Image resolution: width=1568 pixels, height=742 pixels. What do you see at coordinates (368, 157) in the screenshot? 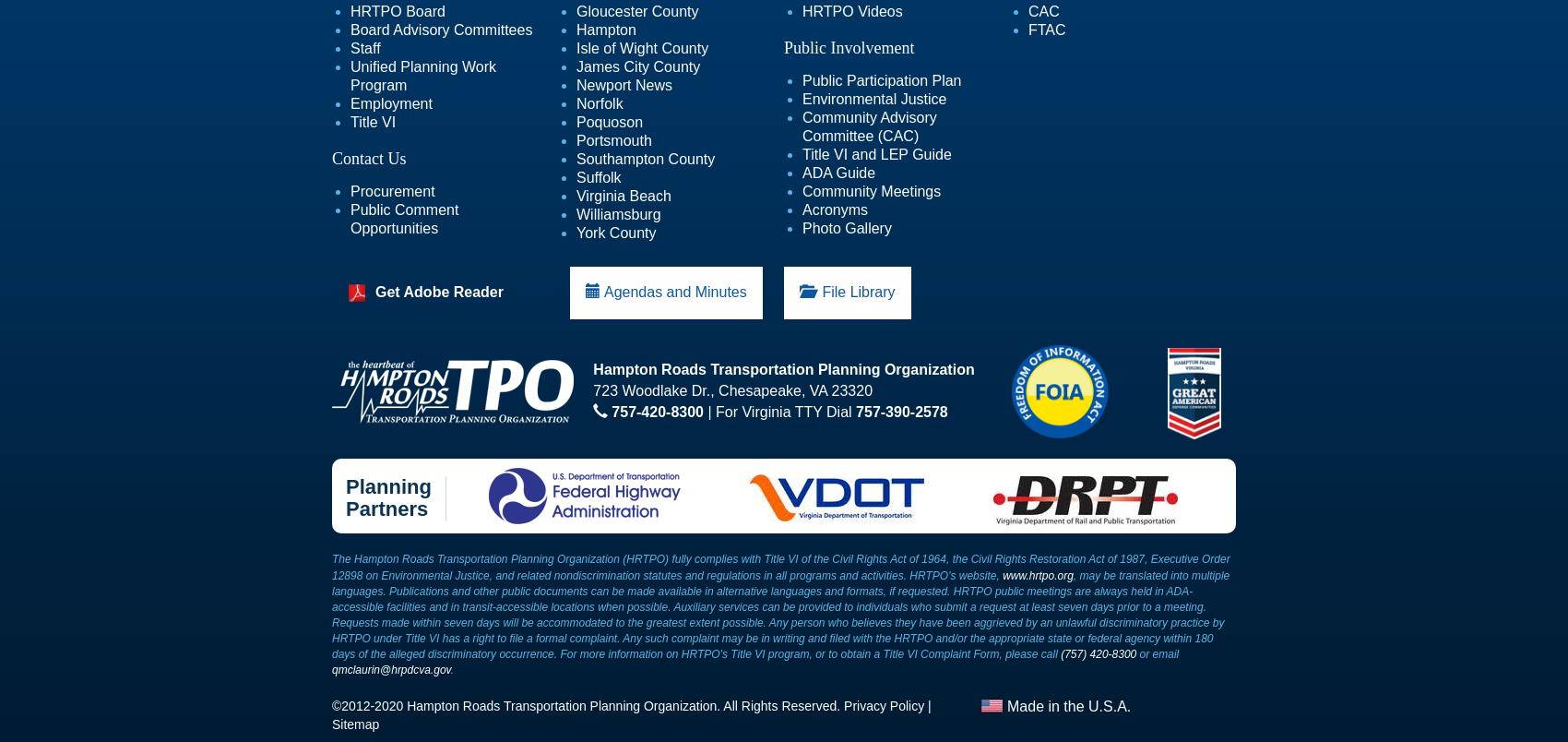
I see `'Contact Us'` at bounding box center [368, 157].